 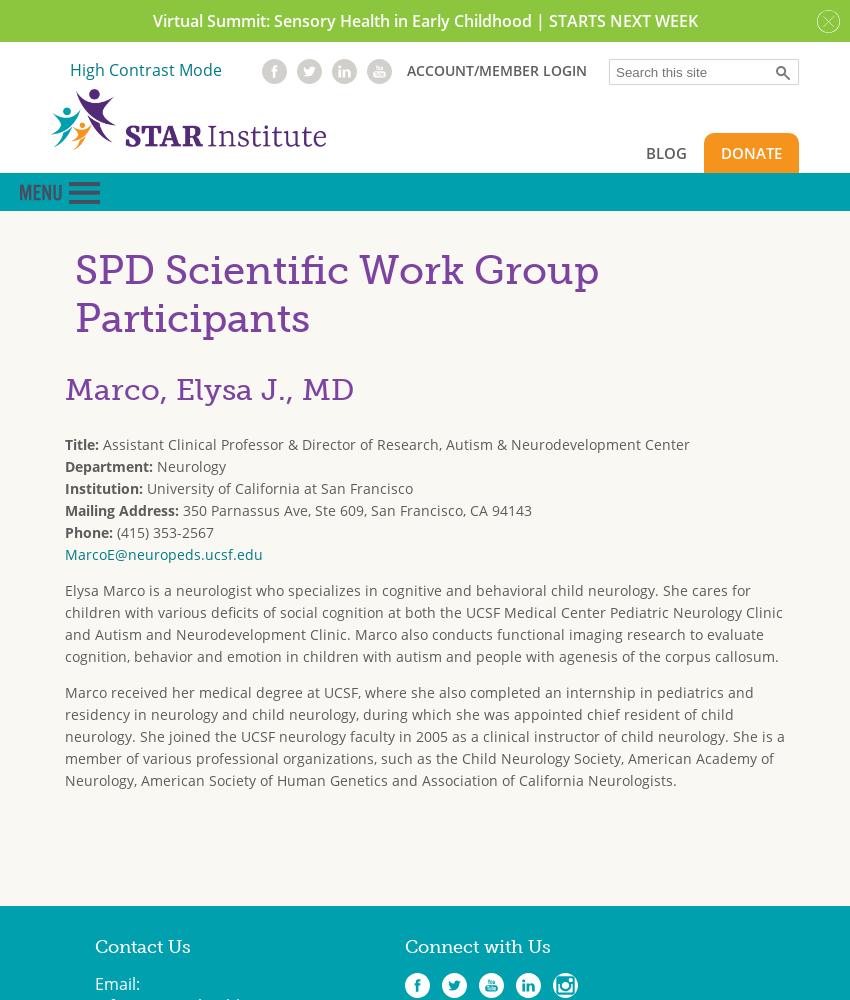 What do you see at coordinates (65, 442) in the screenshot?
I see `'Title:'` at bounding box center [65, 442].